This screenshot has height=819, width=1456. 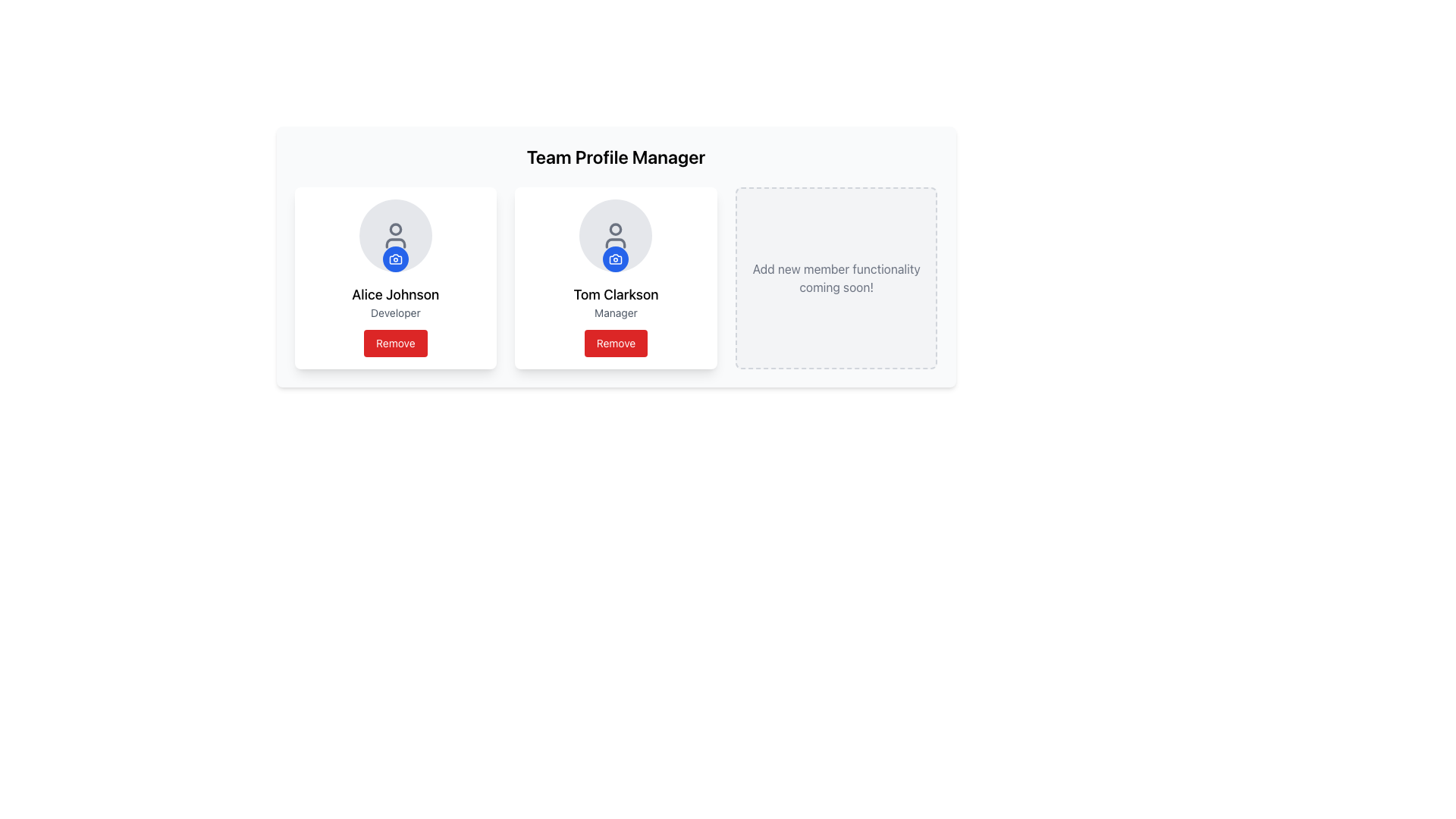 I want to click on the static label that describes the user's role as 'Developer', located beneath 'Alice Johnson' and above the 'Remove' button in the first user card, so click(x=395, y=312).